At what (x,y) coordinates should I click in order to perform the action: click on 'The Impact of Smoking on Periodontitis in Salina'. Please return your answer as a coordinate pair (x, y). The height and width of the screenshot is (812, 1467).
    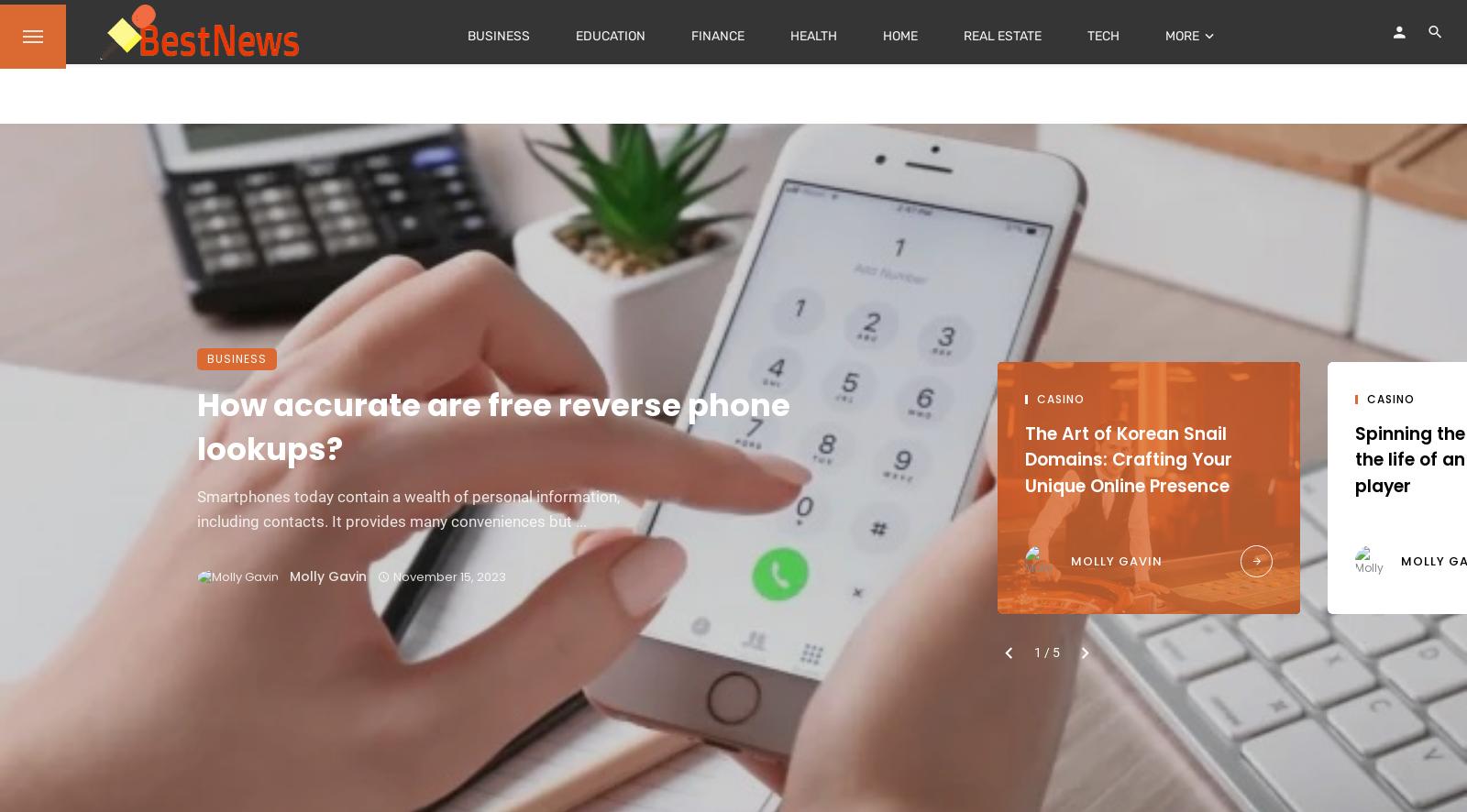
    Looking at the image, I should click on (149, 446).